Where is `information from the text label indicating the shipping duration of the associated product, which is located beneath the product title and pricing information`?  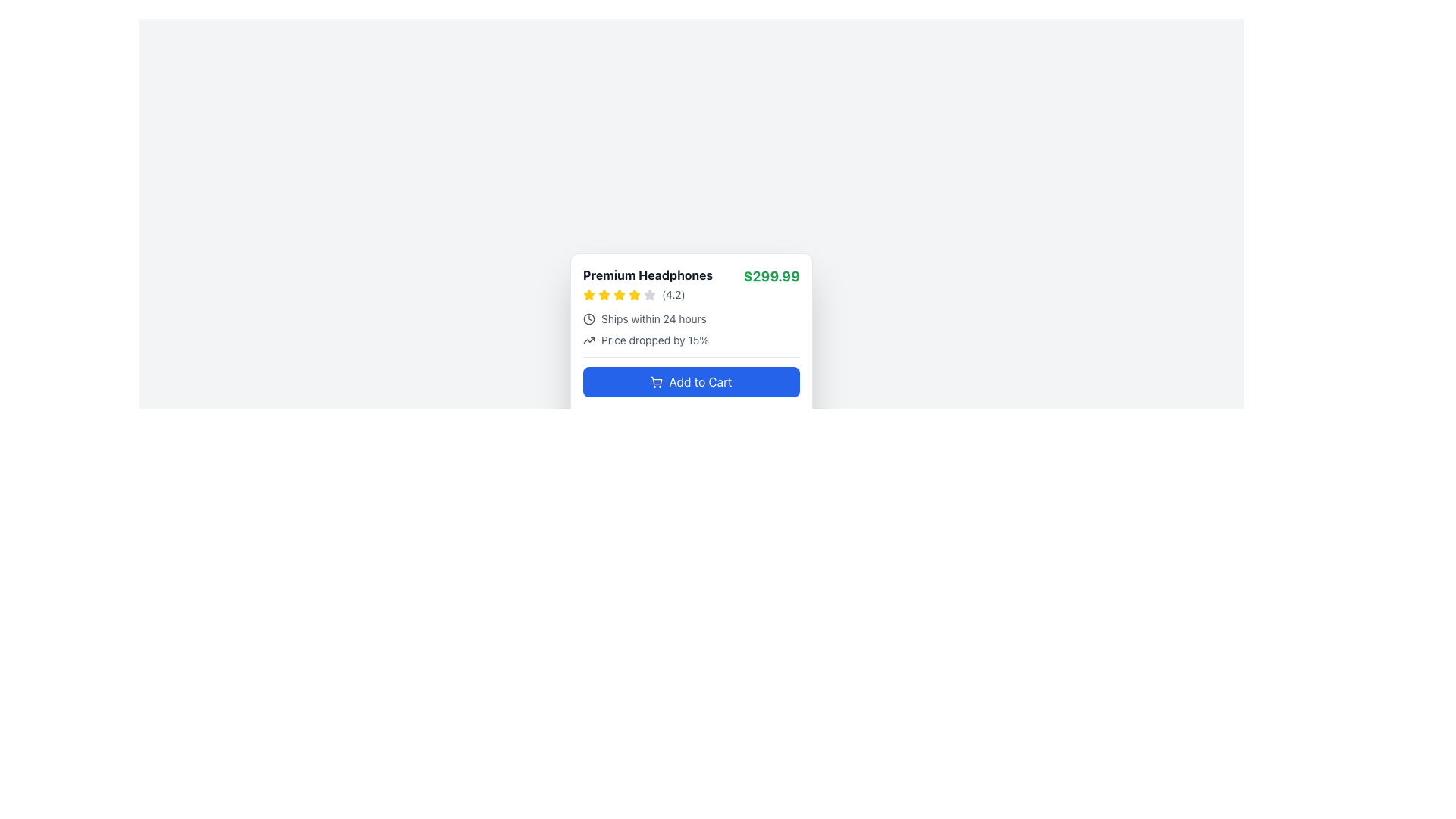 information from the text label indicating the shipping duration of the associated product, which is located beneath the product title and pricing information is located at coordinates (654, 318).